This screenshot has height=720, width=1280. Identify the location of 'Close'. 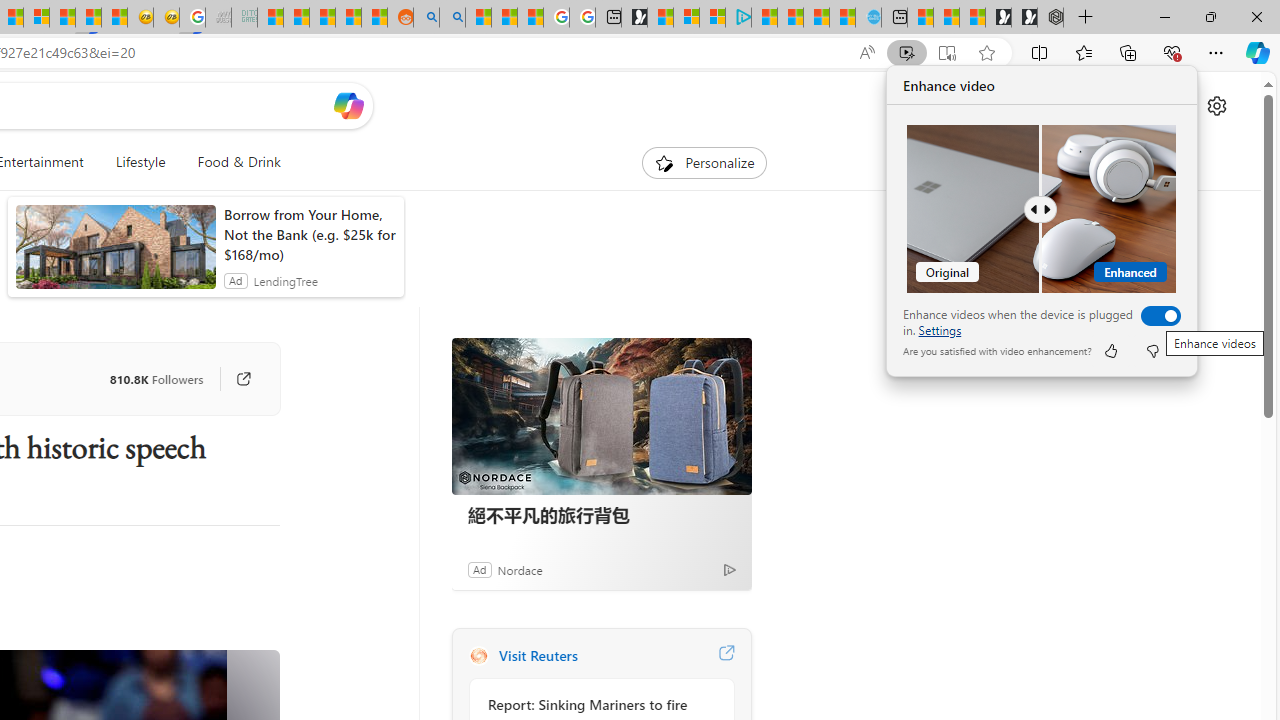
(1255, 16).